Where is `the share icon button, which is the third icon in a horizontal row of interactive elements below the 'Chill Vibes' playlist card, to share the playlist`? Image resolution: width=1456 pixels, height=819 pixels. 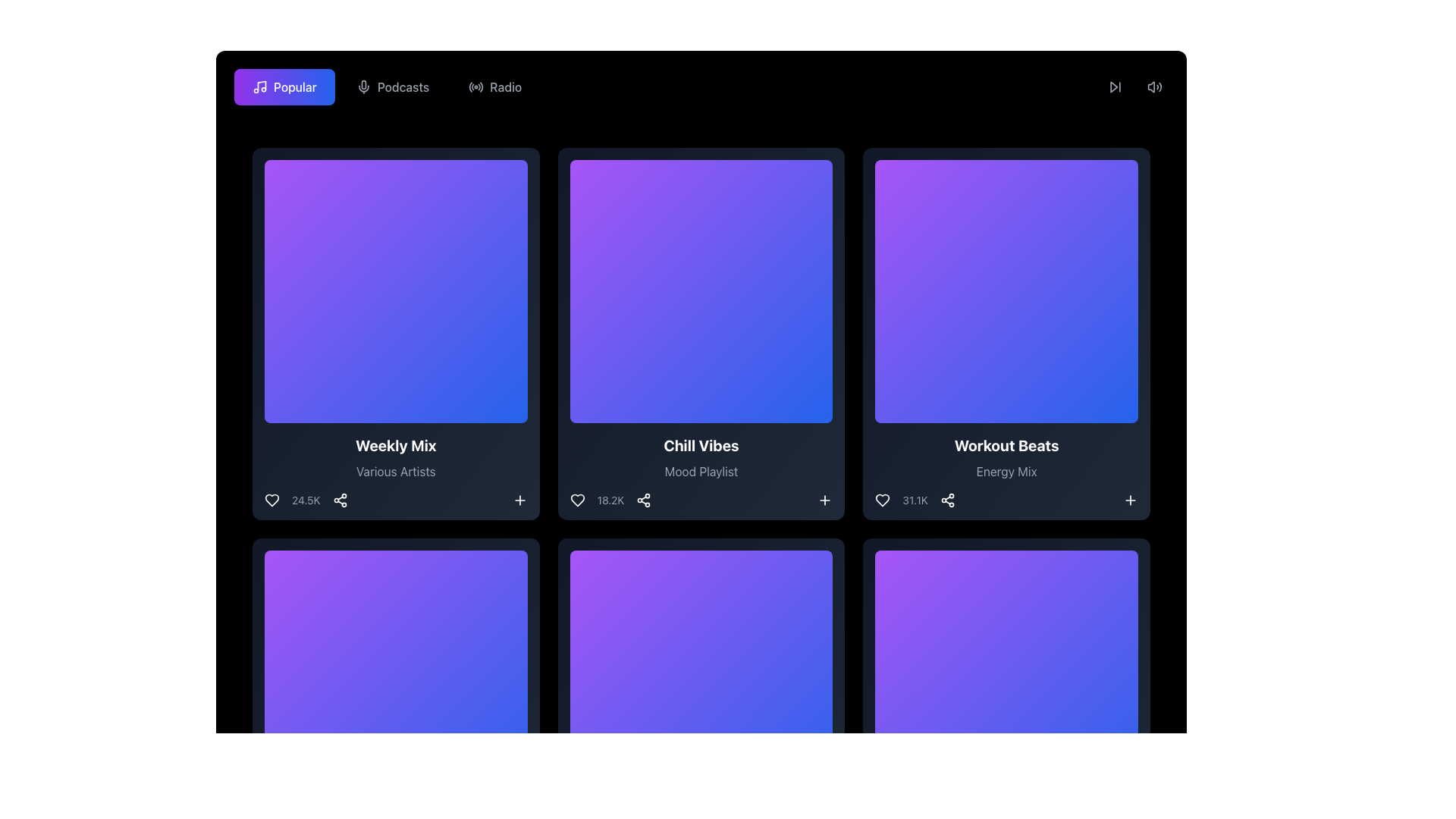 the share icon button, which is the third icon in a horizontal row of interactive elements below the 'Chill Vibes' playlist card, to share the playlist is located at coordinates (644, 500).